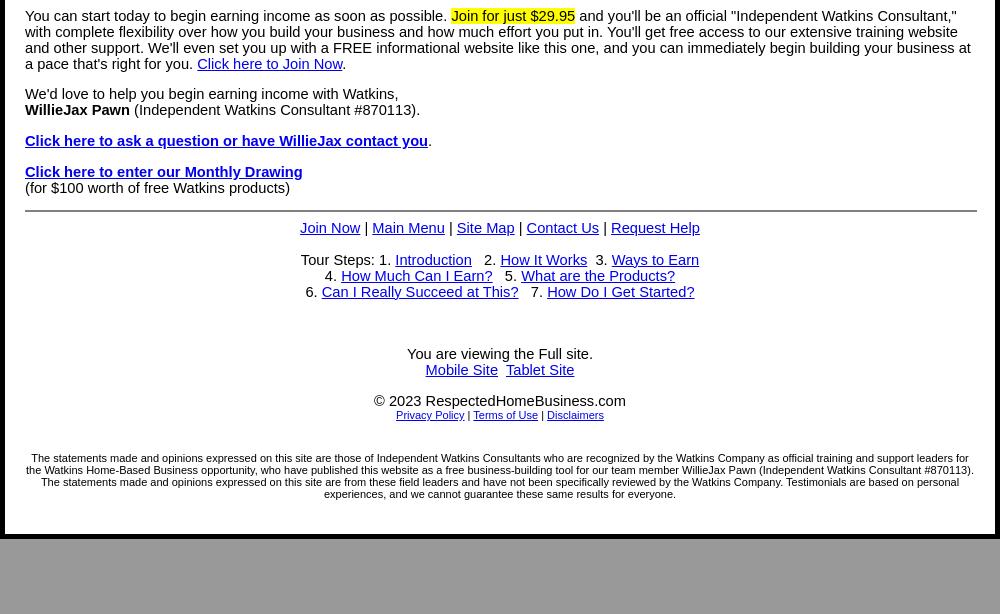 Image resolution: width=1000 pixels, height=614 pixels. What do you see at coordinates (455, 225) in the screenshot?
I see `'Site Map'` at bounding box center [455, 225].